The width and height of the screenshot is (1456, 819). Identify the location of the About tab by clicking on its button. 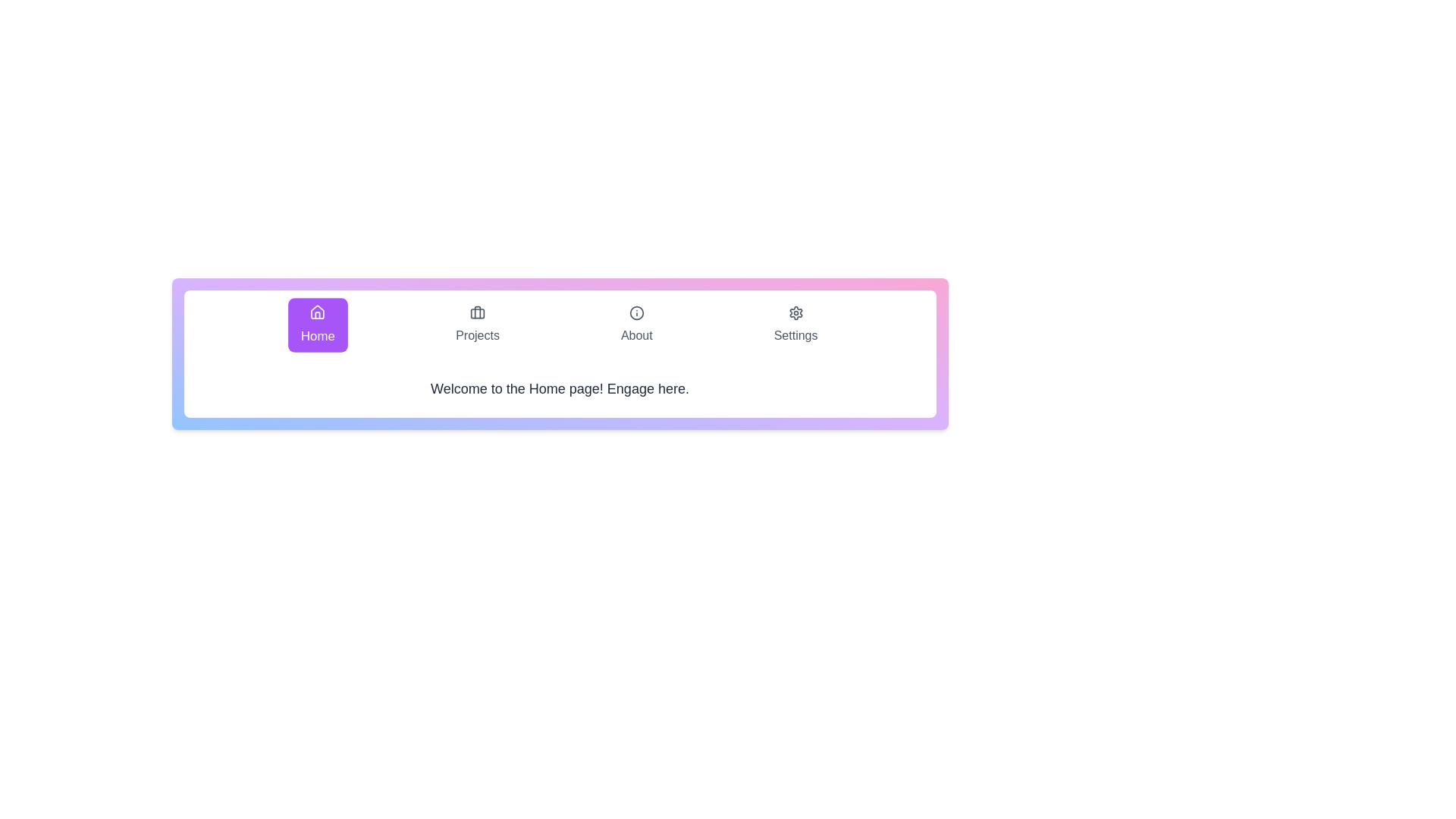
(636, 324).